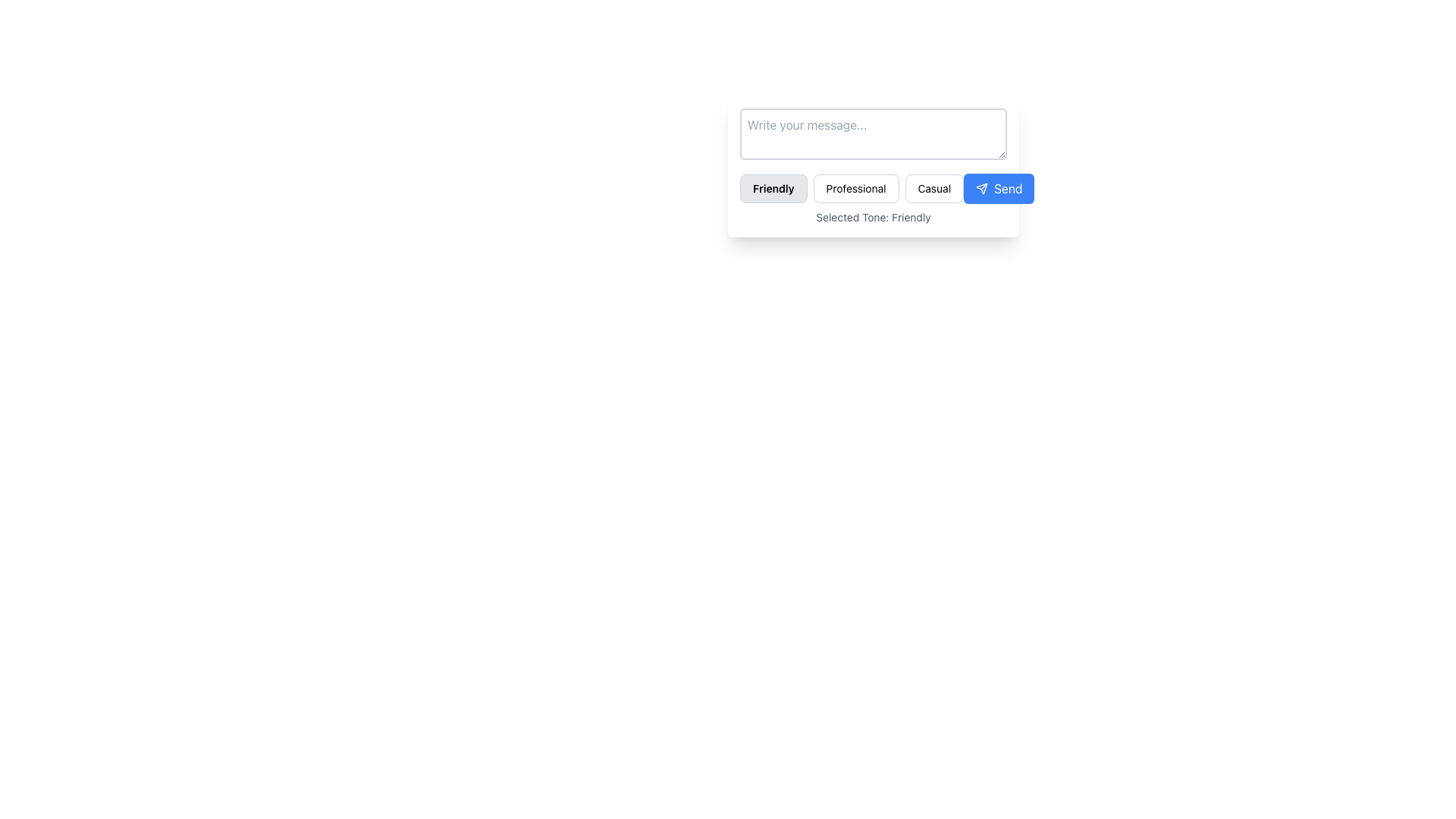 This screenshot has height=819, width=1456. What do you see at coordinates (934, 188) in the screenshot?
I see `the button labeled 'Casual'` at bounding box center [934, 188].